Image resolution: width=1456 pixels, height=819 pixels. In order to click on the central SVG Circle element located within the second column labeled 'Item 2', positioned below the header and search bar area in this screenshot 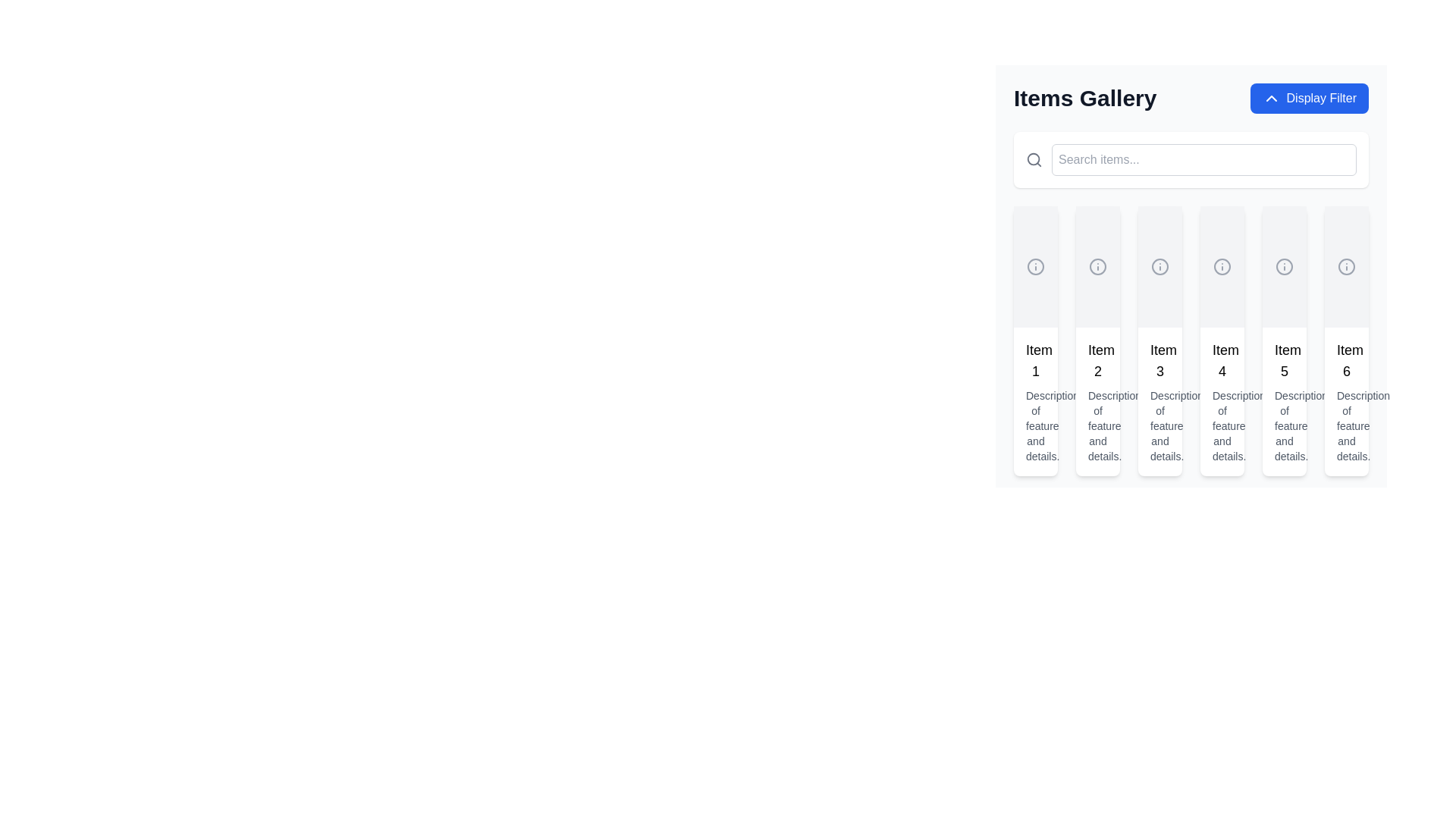, I will do `click(1098, 265)`.